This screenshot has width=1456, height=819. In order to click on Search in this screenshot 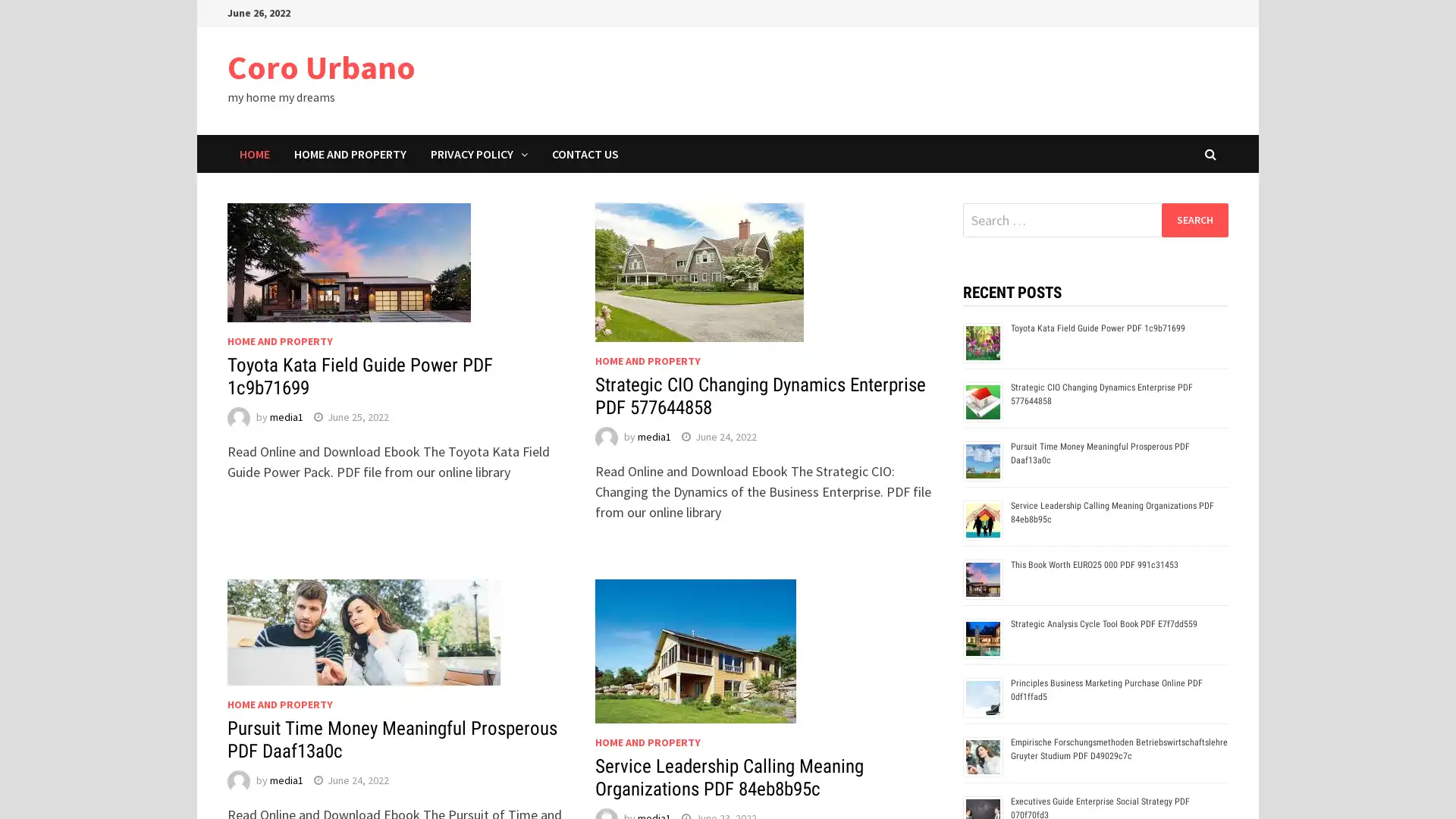, I will do `click(1194, 219)`.